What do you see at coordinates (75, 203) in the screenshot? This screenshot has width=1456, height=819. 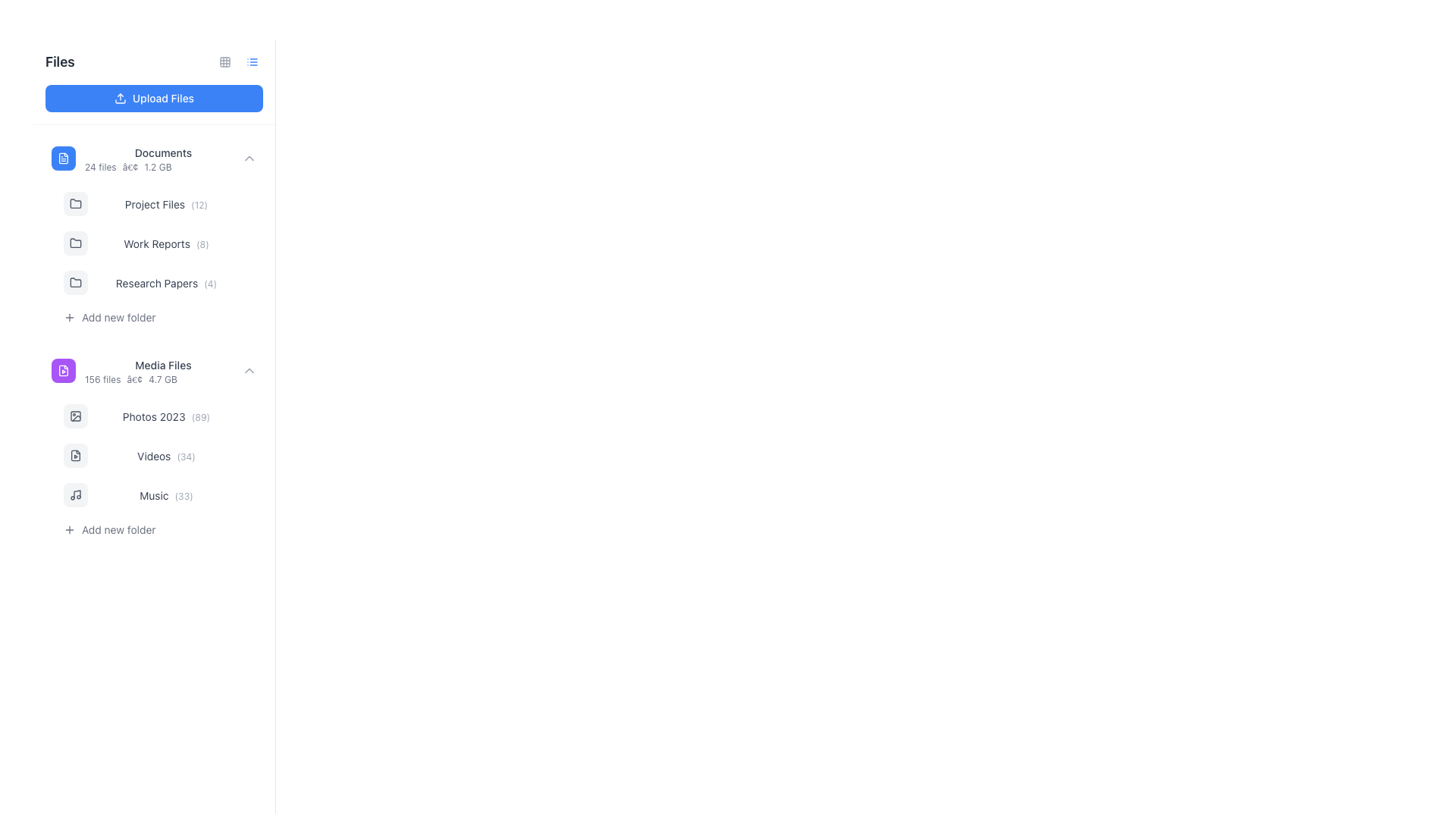 I see `the folder icon representing 'Project Files' located under the 'Documents' category on the sidebar` at bounding box center [75, 203].